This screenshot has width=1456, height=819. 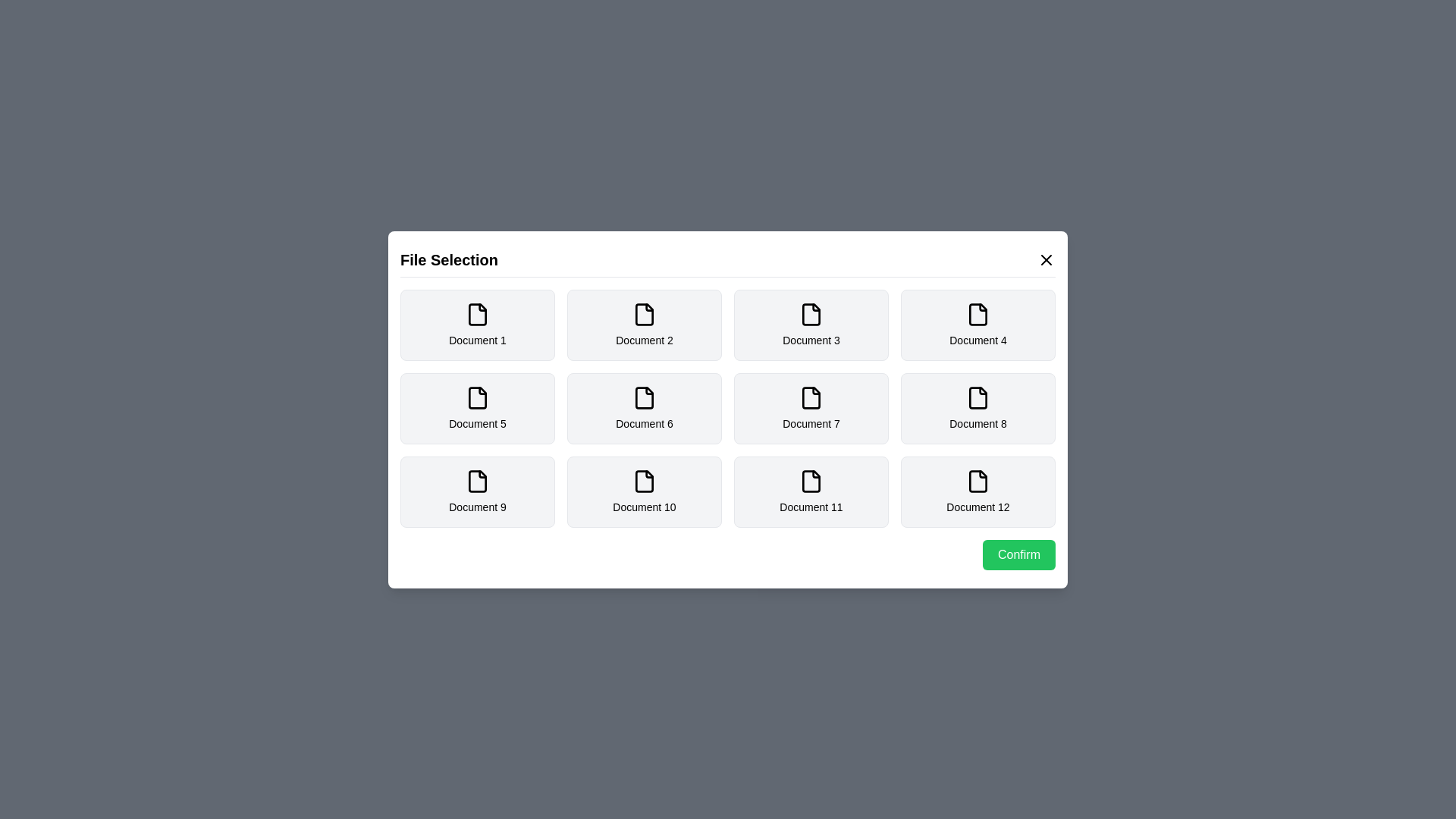 I want to click on the 'Confirm' button to finalize the selection, so click(x=1019, y=554).